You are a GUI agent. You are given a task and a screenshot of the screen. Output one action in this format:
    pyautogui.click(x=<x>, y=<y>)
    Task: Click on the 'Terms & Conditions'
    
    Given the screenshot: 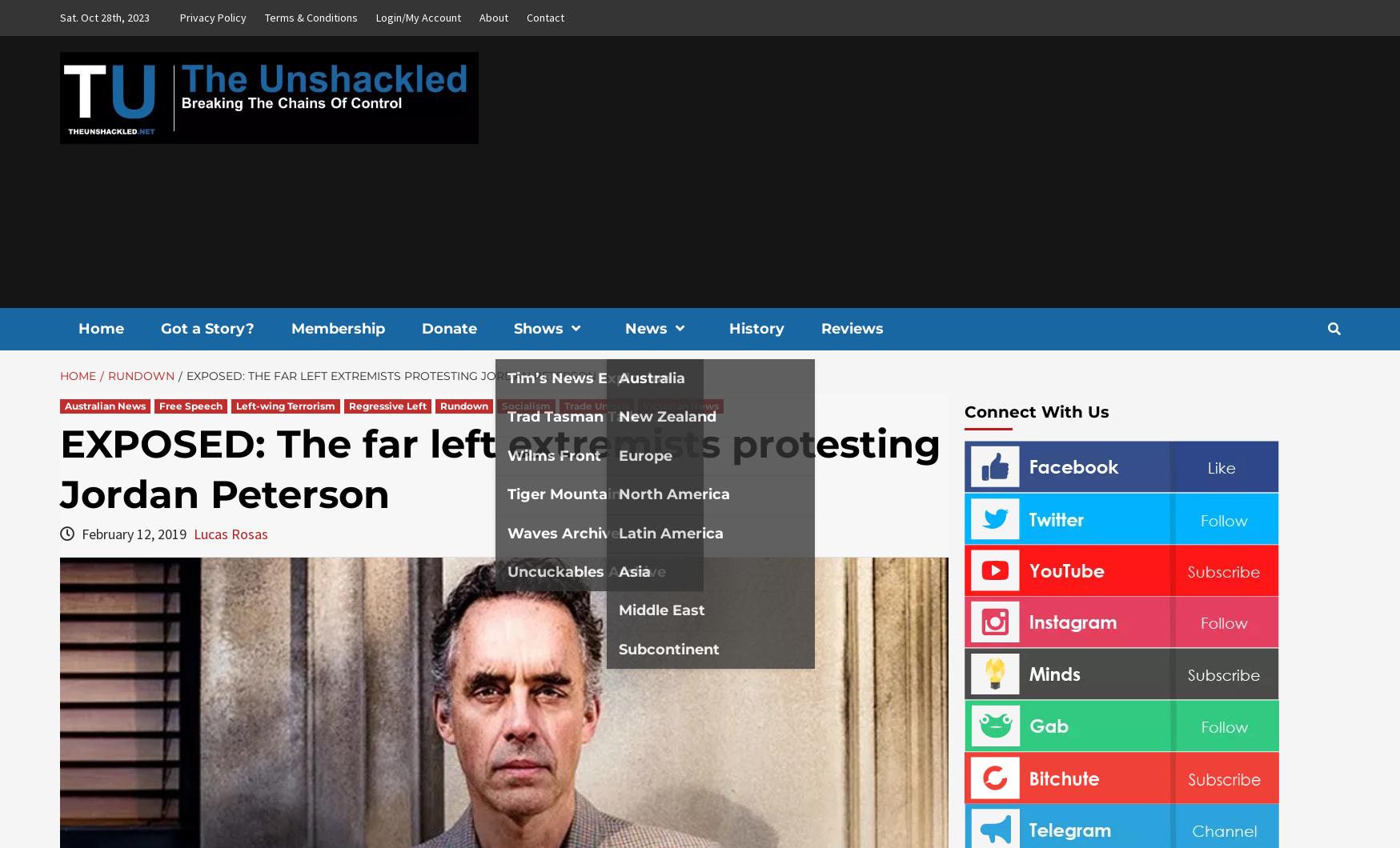 What is the action you would take?
    pyautogui.click(x=310, y=18)
    